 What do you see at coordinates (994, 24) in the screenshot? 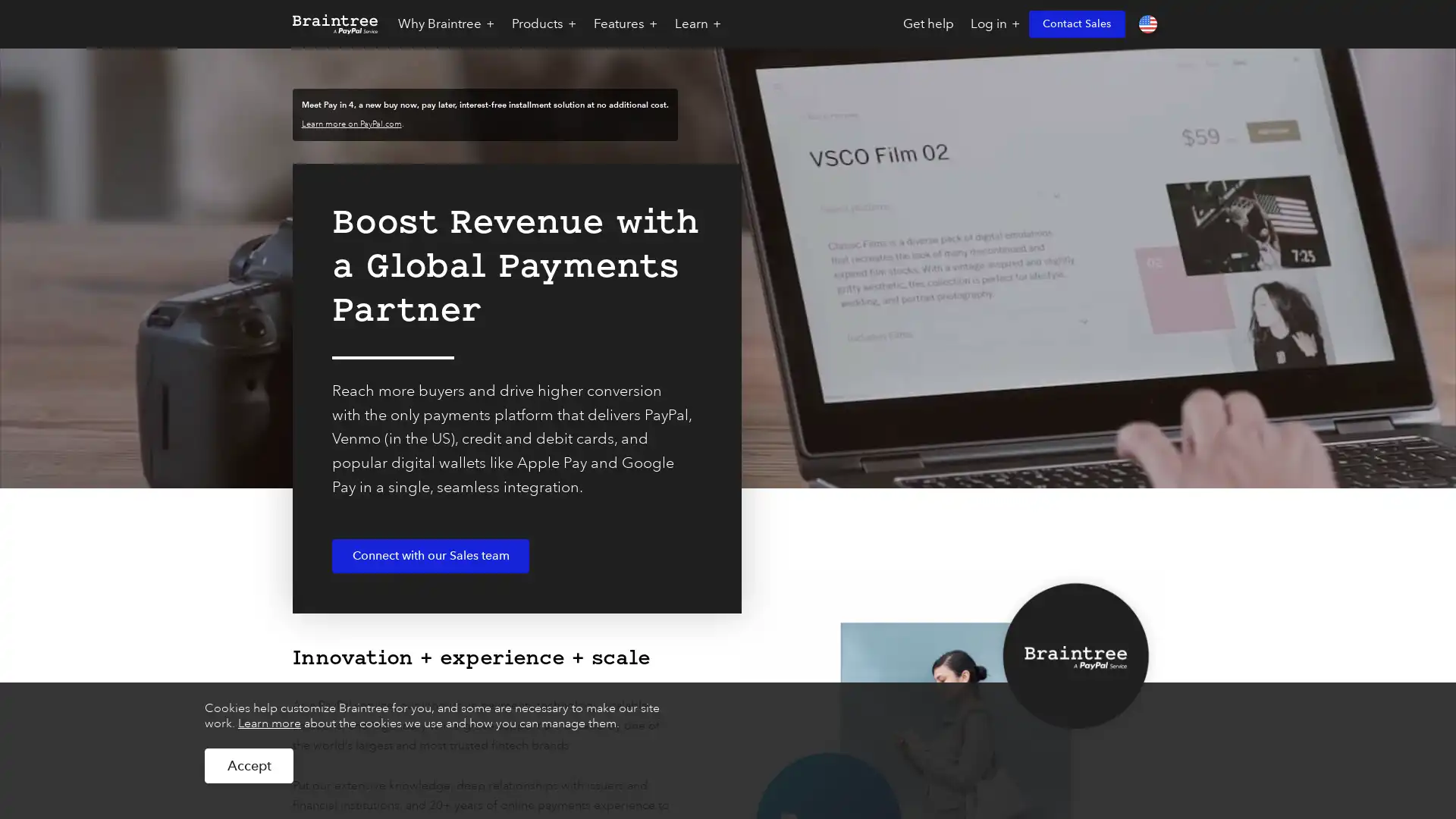
I see `Log in menu` at bounding box center [994, 24].